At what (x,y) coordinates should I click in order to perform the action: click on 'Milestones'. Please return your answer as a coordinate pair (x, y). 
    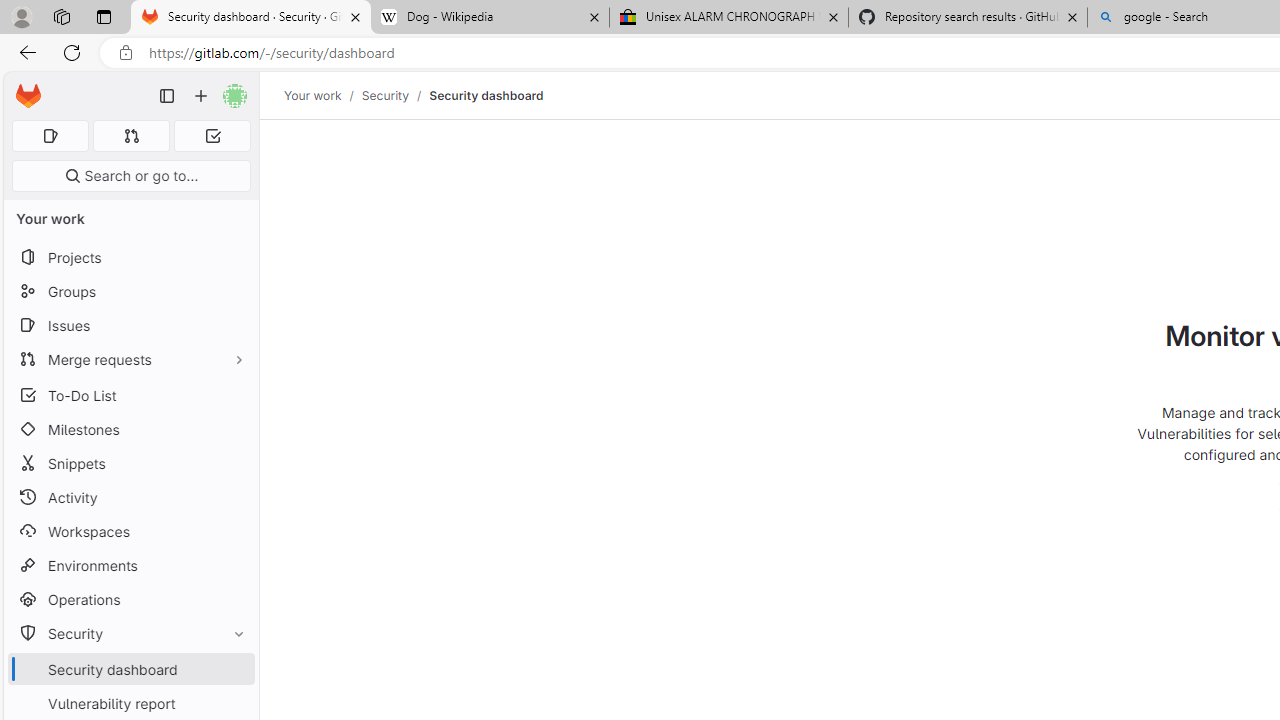
    Looking at the image, I should click on (130, 428).